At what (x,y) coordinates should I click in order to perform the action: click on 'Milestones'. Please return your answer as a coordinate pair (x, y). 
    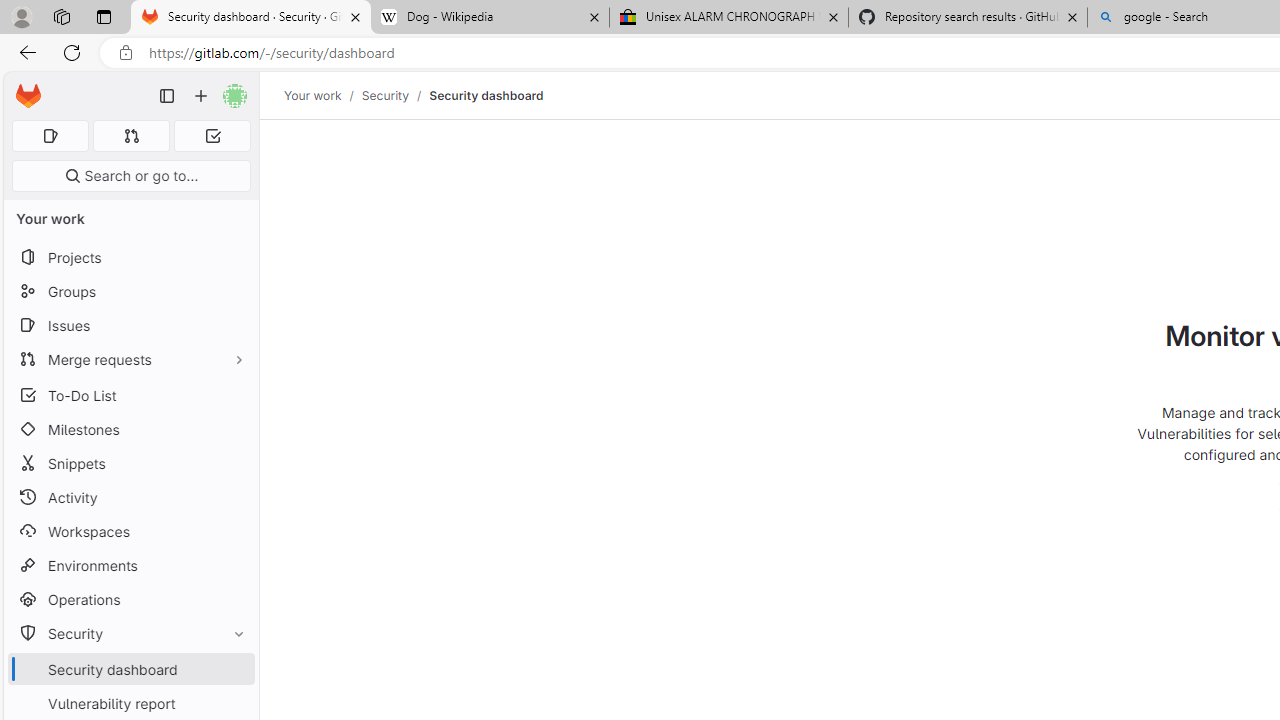
    Looking at the image, I should click on (130, 428).